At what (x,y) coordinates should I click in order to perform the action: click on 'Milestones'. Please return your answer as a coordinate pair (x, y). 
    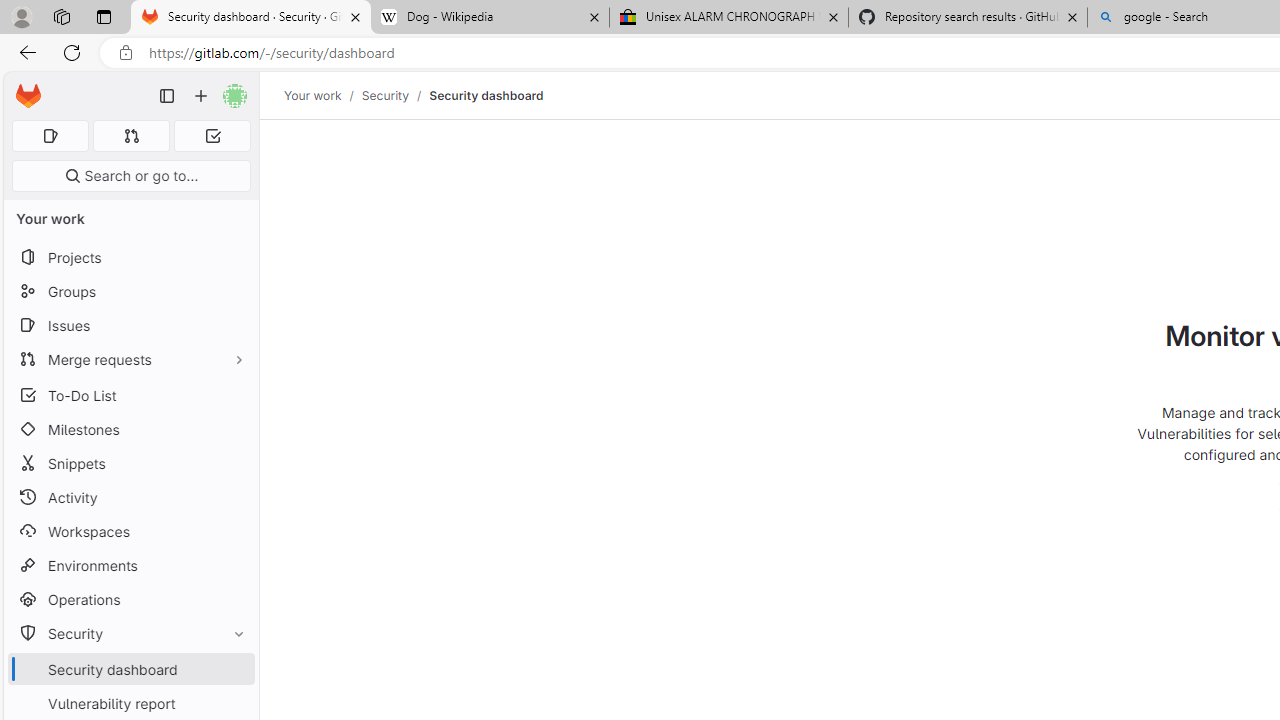
    Looking at the image, I should click on (130, 428).